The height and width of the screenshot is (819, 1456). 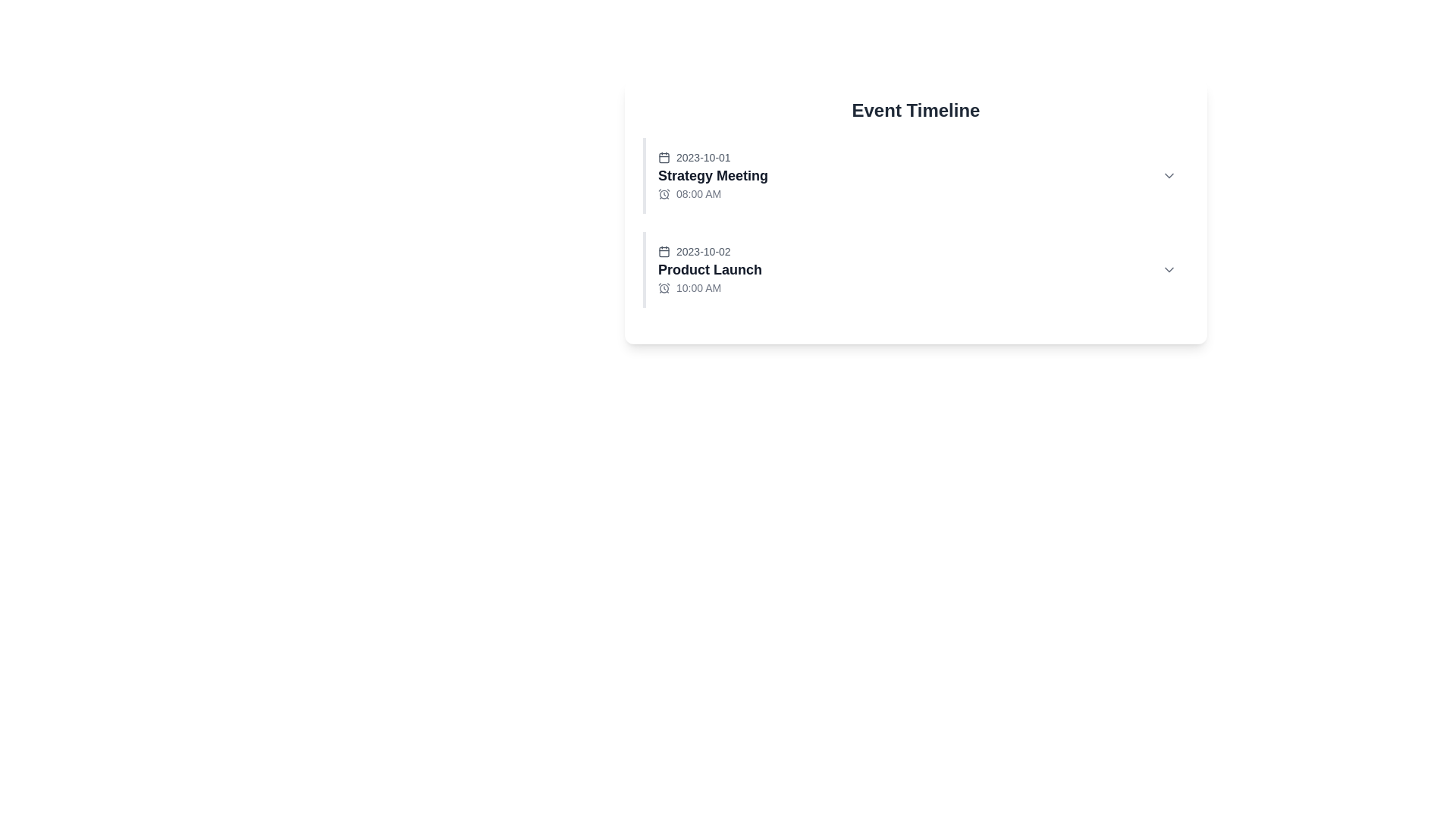 I want to click on the Information row that displays the date, title, and time of the second event in the vertical timeline layout, located under the 'Strategy Meeting' entry, so click(x=916, y=268).